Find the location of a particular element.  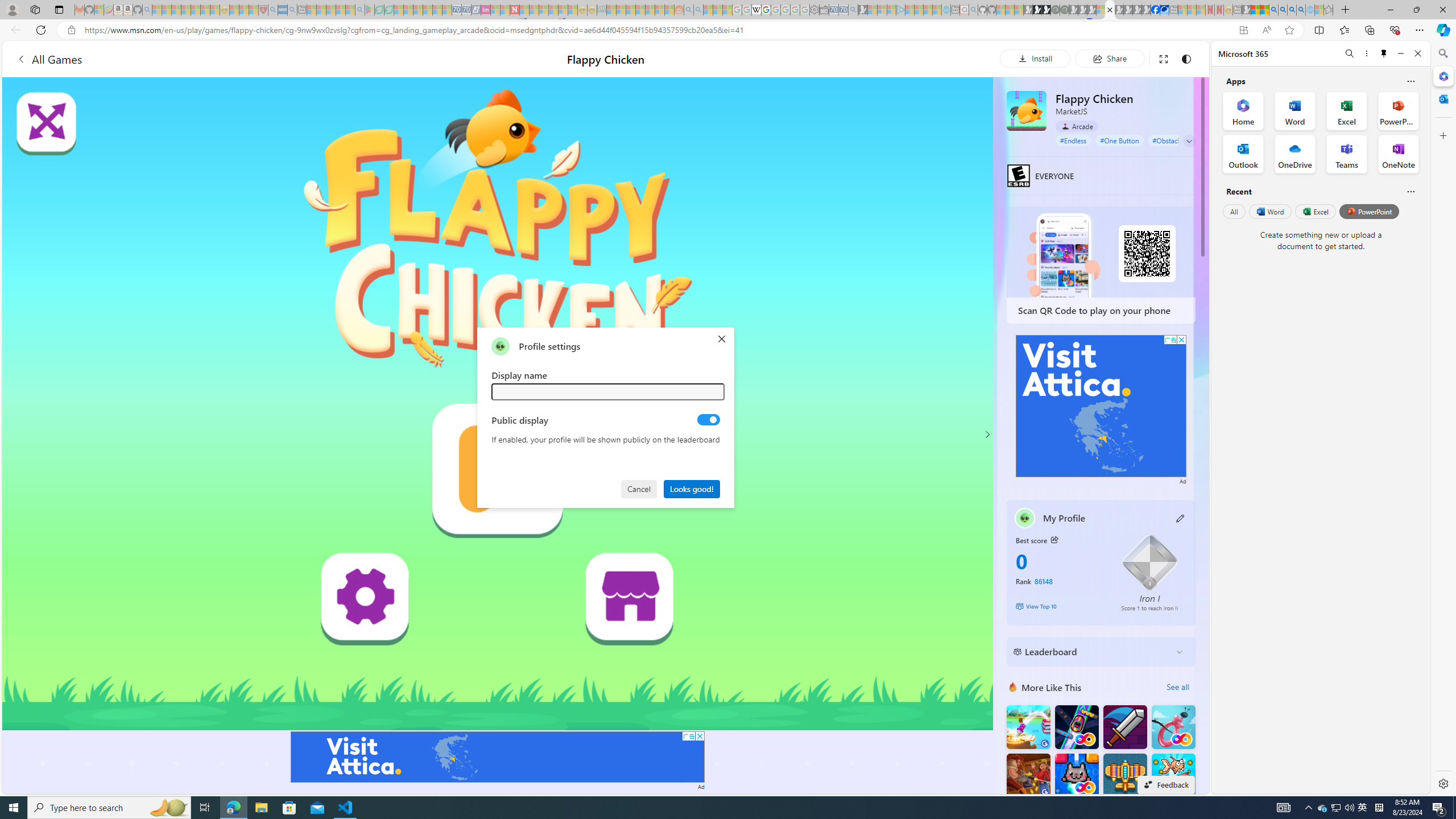

'Dungeon Master Knight' is located at coordinates (1124, 727).